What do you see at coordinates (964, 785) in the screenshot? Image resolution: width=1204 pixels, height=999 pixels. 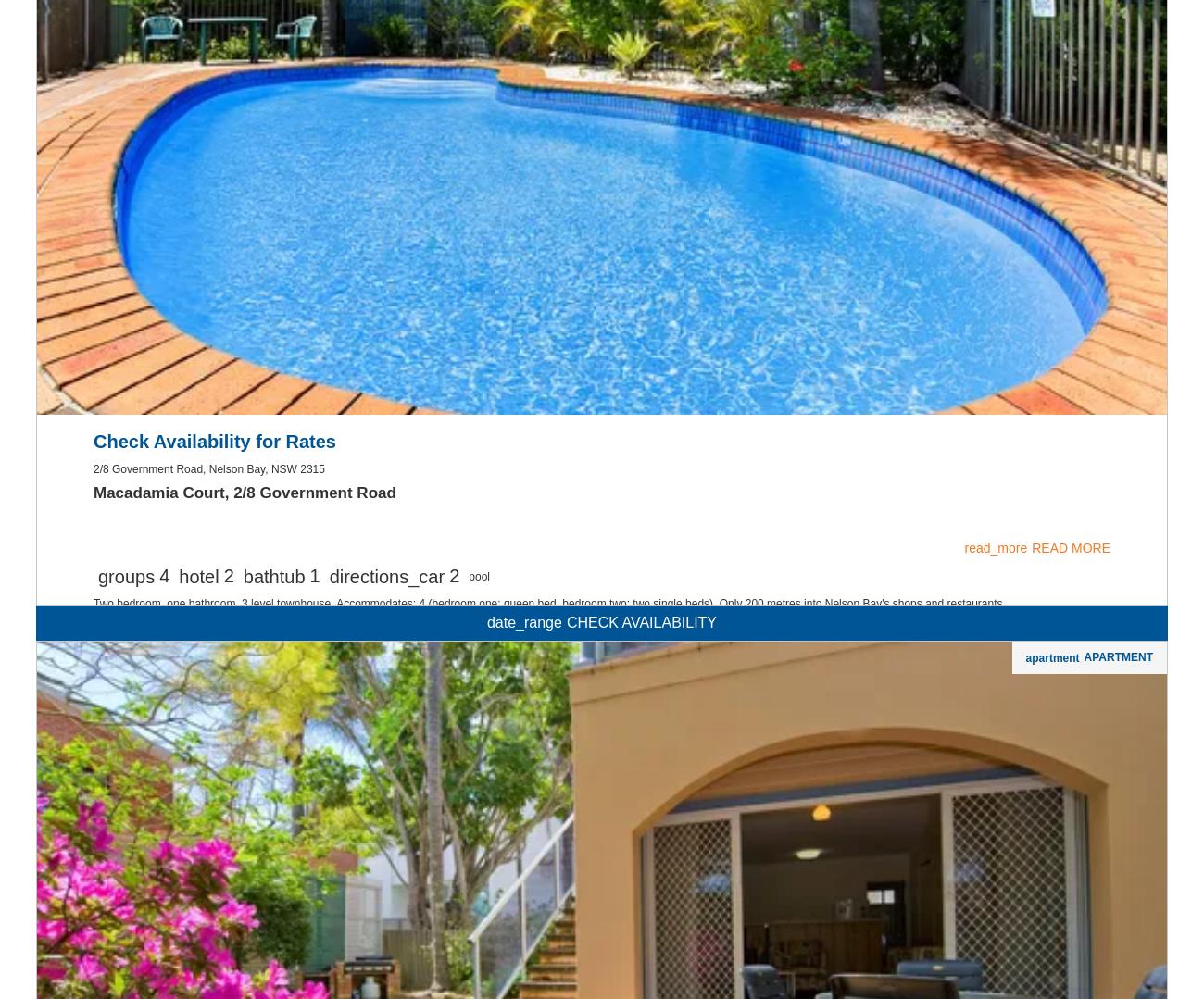 I see `'read_more'` at bounding box center [964, 785].